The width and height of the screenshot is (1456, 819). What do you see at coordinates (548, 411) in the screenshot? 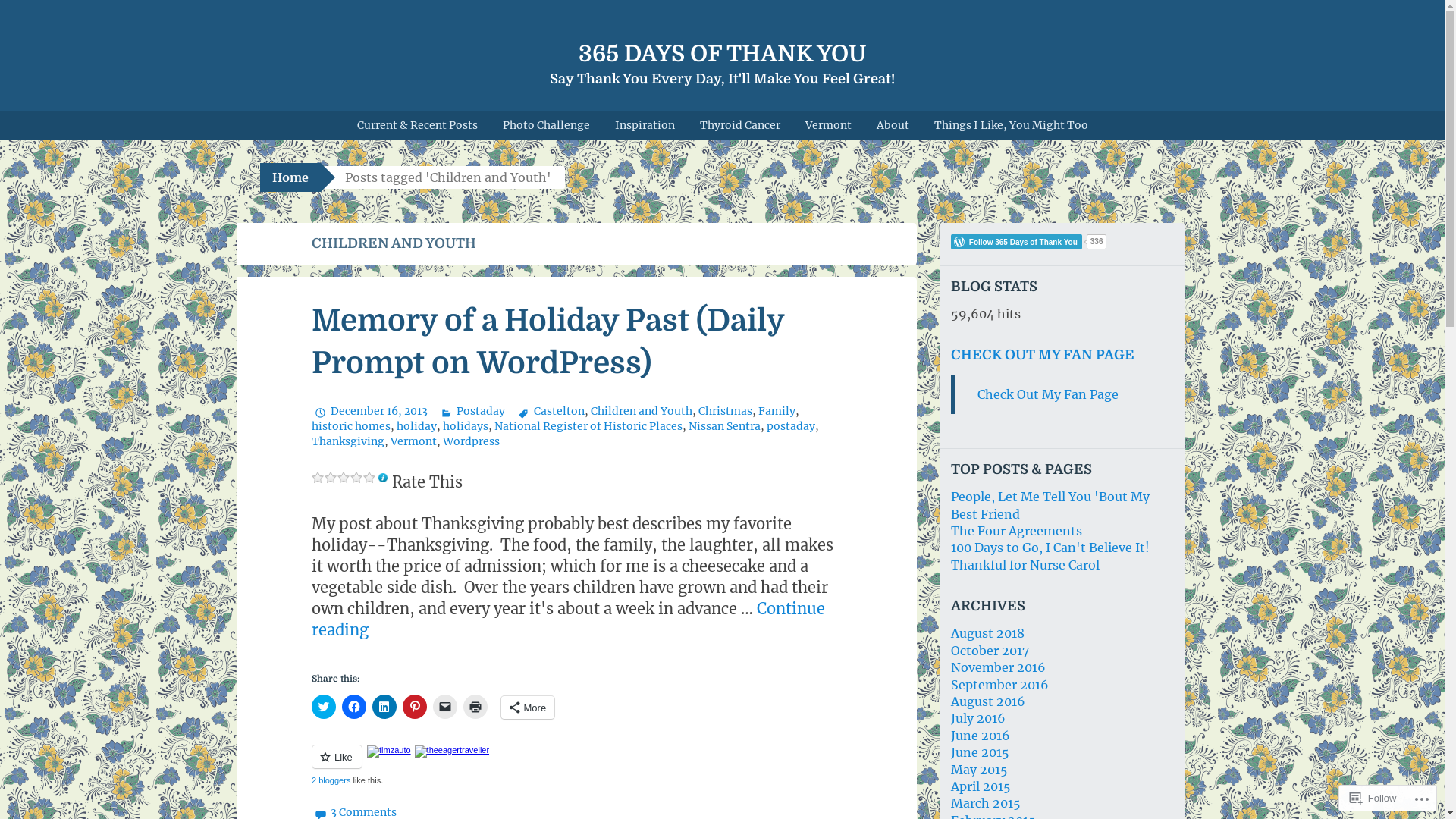
I see `'Castelton'` at bounding box center [548, 411].